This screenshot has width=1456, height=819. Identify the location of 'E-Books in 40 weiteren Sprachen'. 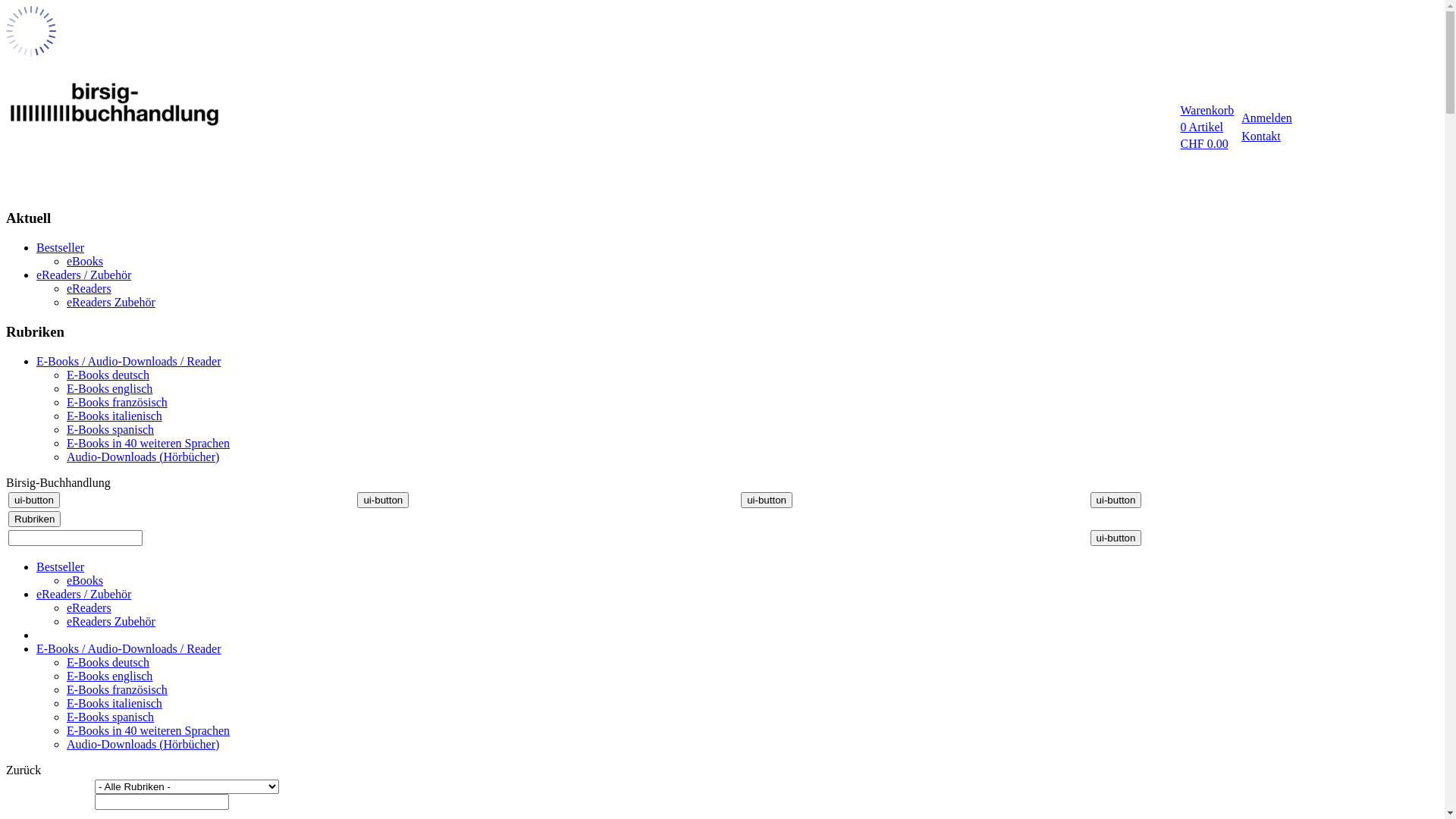
(148, 730).